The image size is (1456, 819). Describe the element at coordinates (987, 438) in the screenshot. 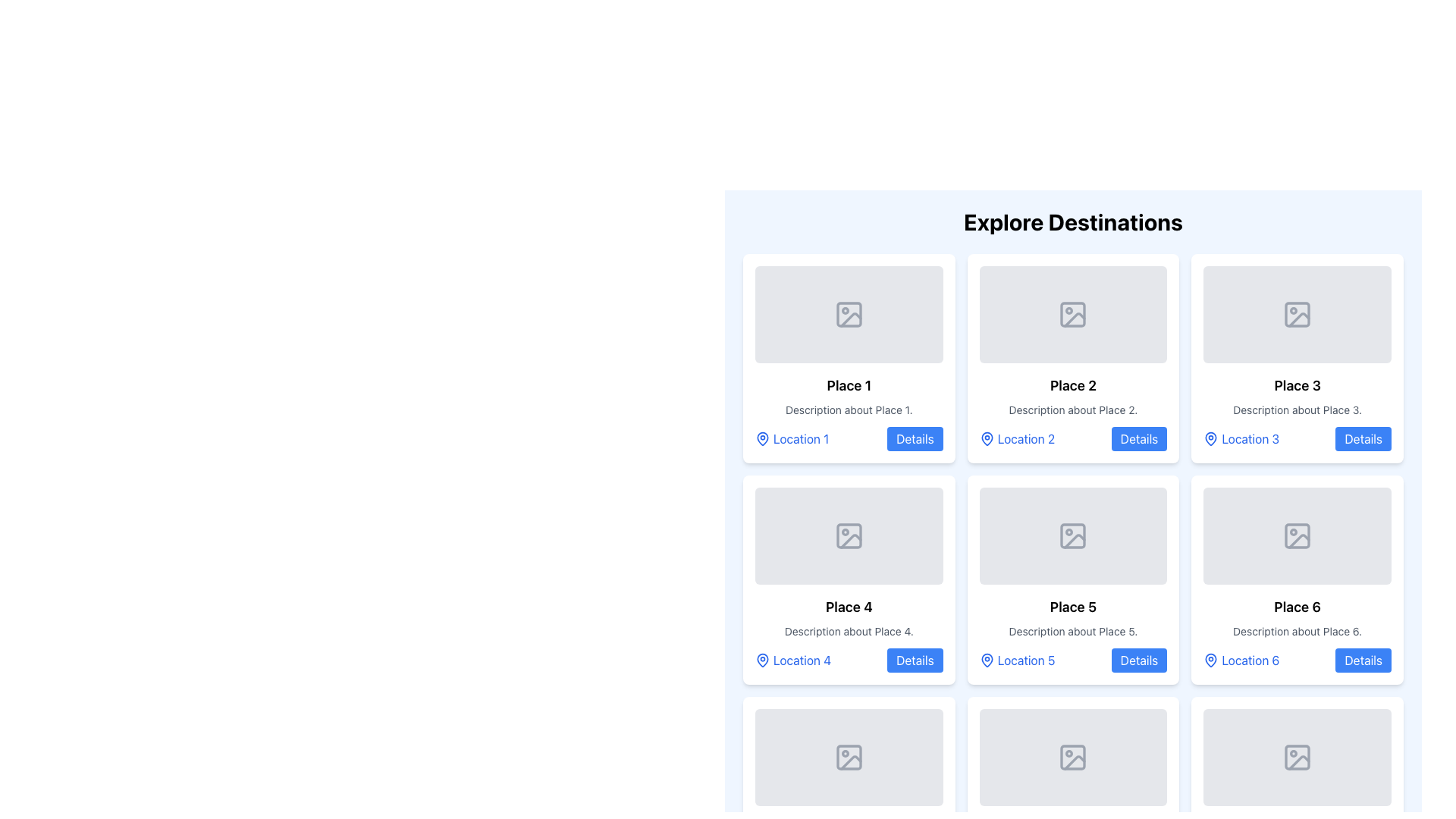

I see `the location pin icon, which is styled in a circular shape with a downward point and colored to match the blue theme, located to the left of the 'Details' button in the second card of the grid layout adjacent to the text 'Location 2'` at that location.